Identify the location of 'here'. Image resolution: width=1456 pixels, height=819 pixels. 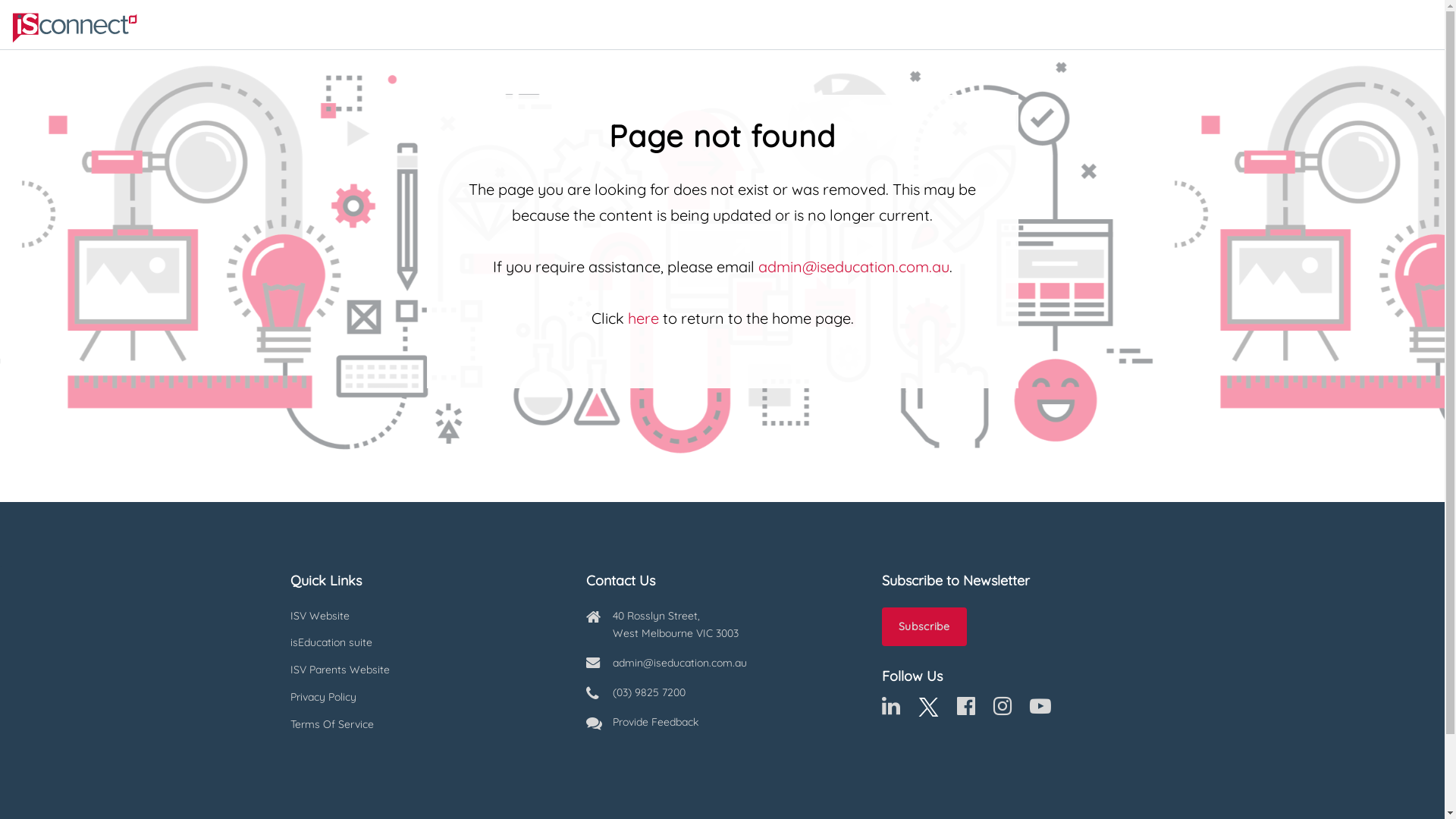
(643, 317).